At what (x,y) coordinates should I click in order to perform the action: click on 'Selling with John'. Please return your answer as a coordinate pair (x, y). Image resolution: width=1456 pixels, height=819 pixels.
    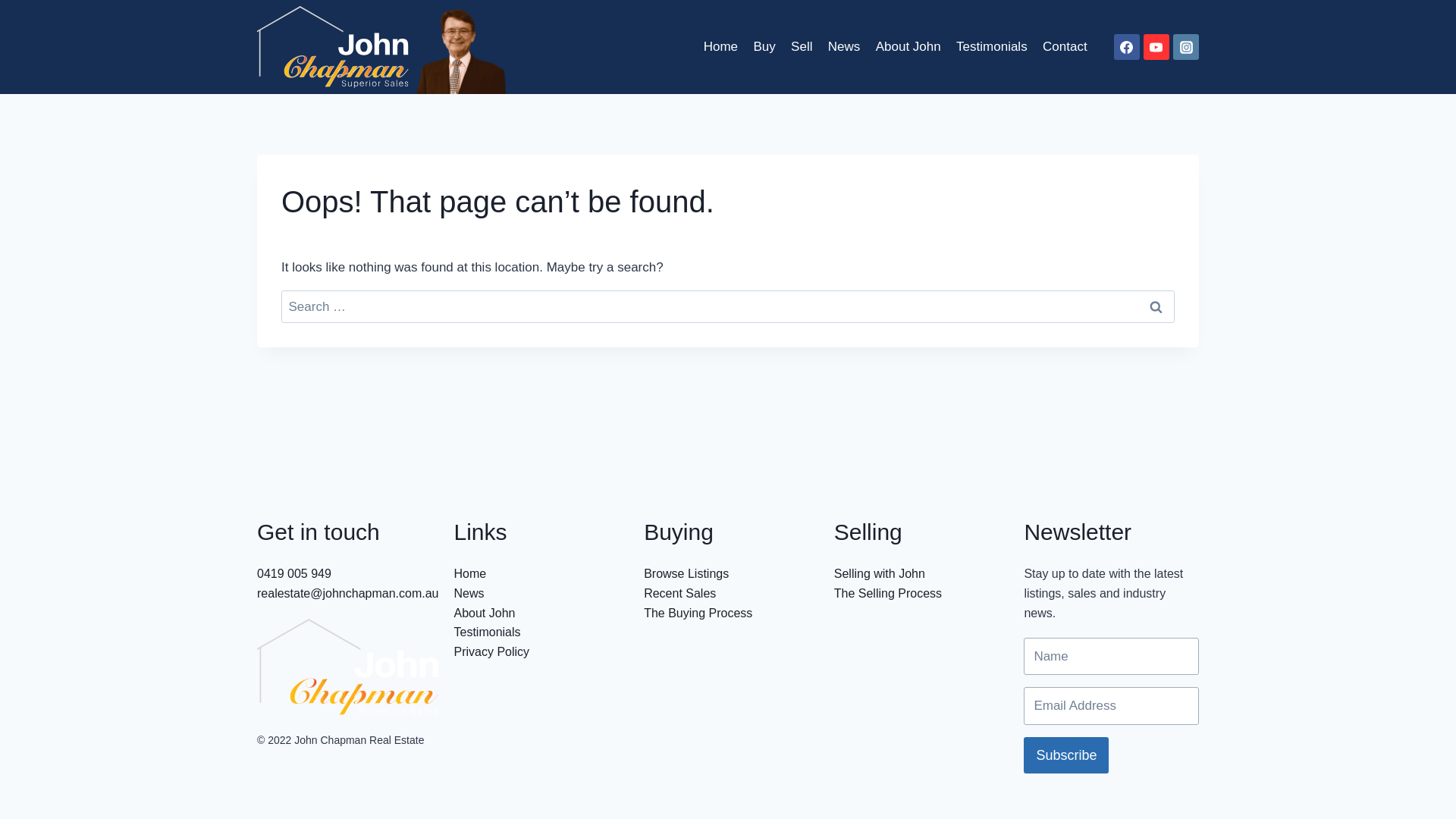
    Looking at the image, I should click on (880, 573).